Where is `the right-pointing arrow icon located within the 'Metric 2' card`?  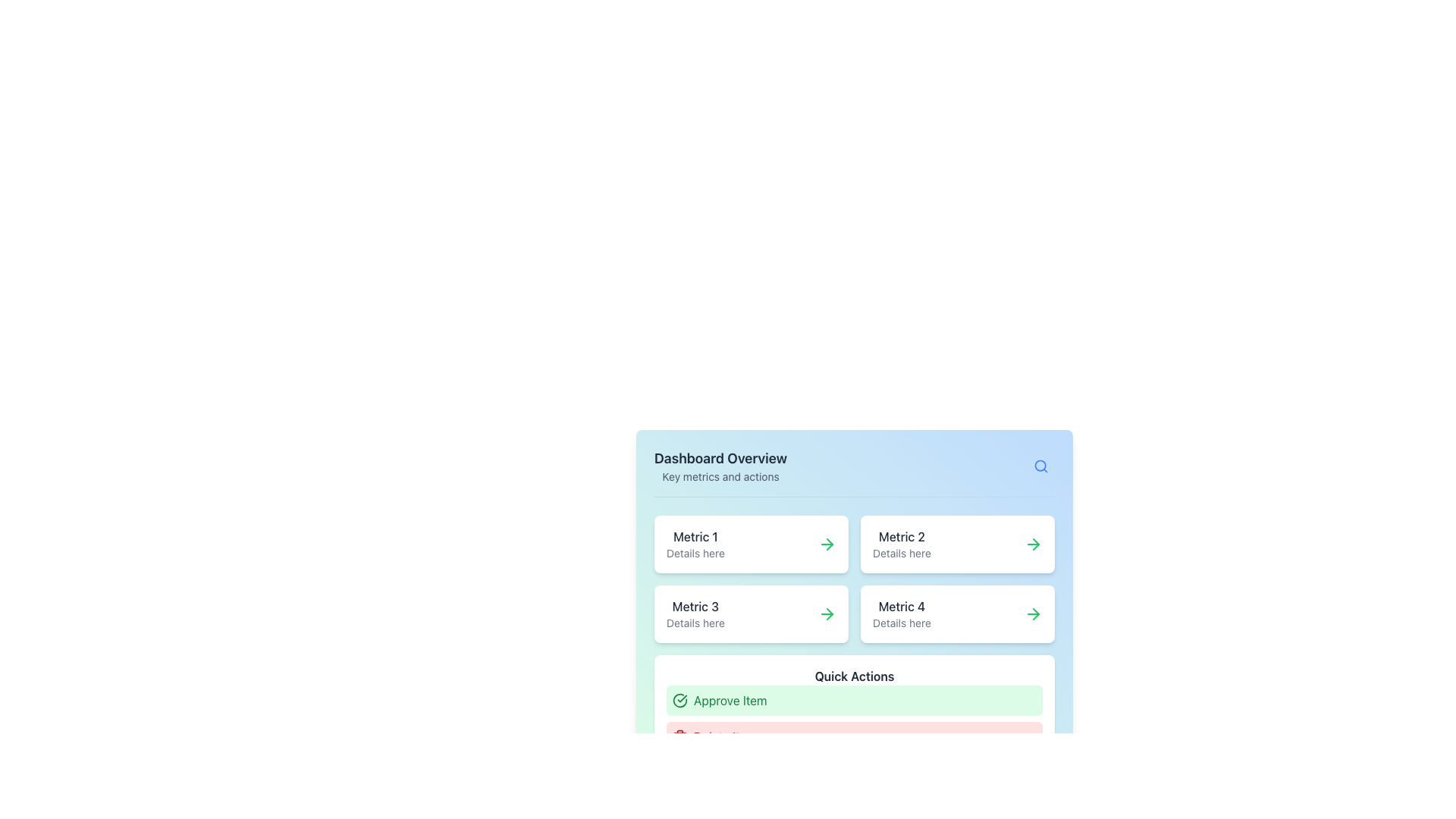
the right-pointing arrow icon located within the 'Metric 2' card is located at coordinates (1035, 543).